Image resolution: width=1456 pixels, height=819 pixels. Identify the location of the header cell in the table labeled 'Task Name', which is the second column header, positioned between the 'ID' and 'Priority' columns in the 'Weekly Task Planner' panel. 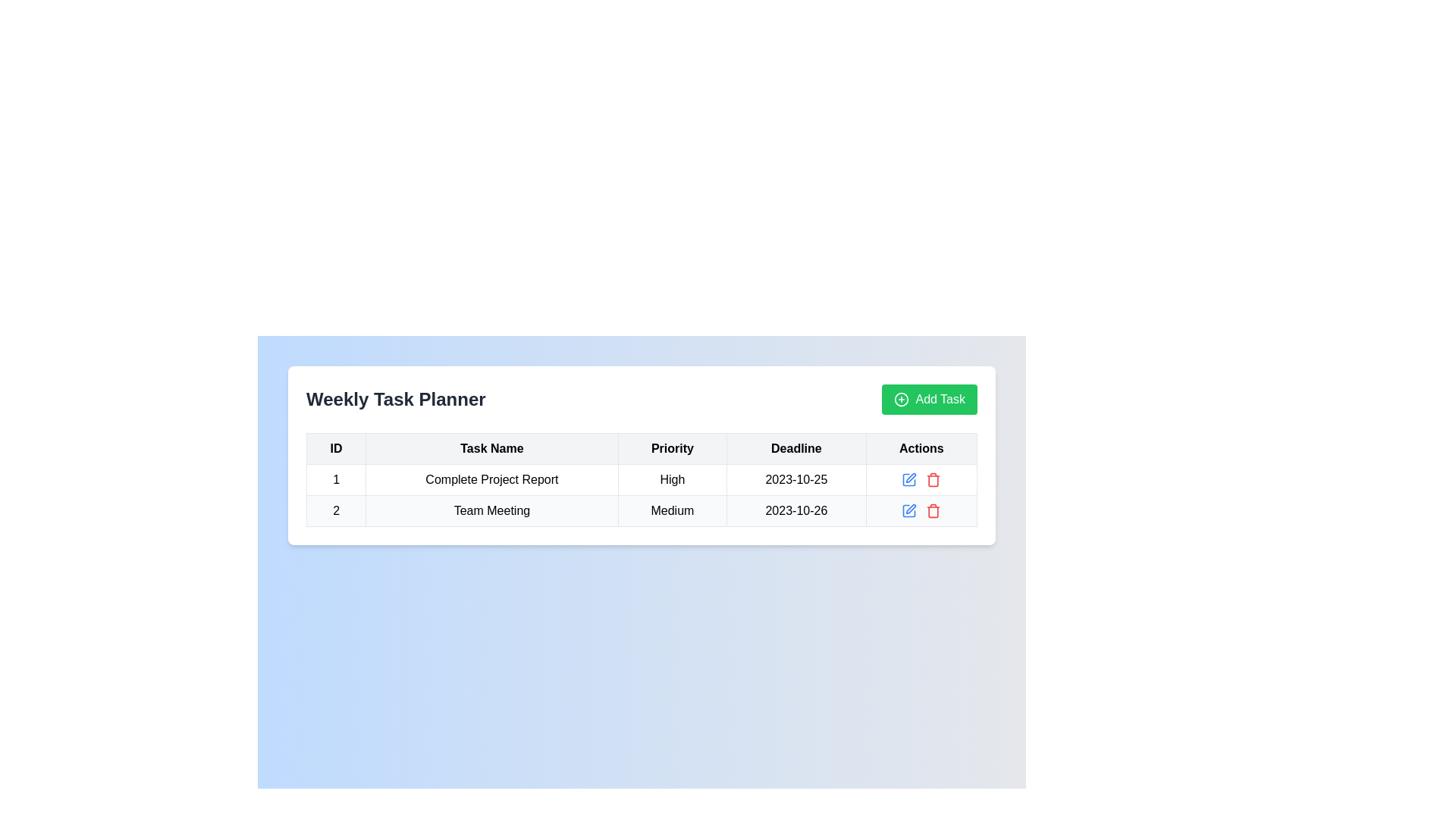
(491, 447).